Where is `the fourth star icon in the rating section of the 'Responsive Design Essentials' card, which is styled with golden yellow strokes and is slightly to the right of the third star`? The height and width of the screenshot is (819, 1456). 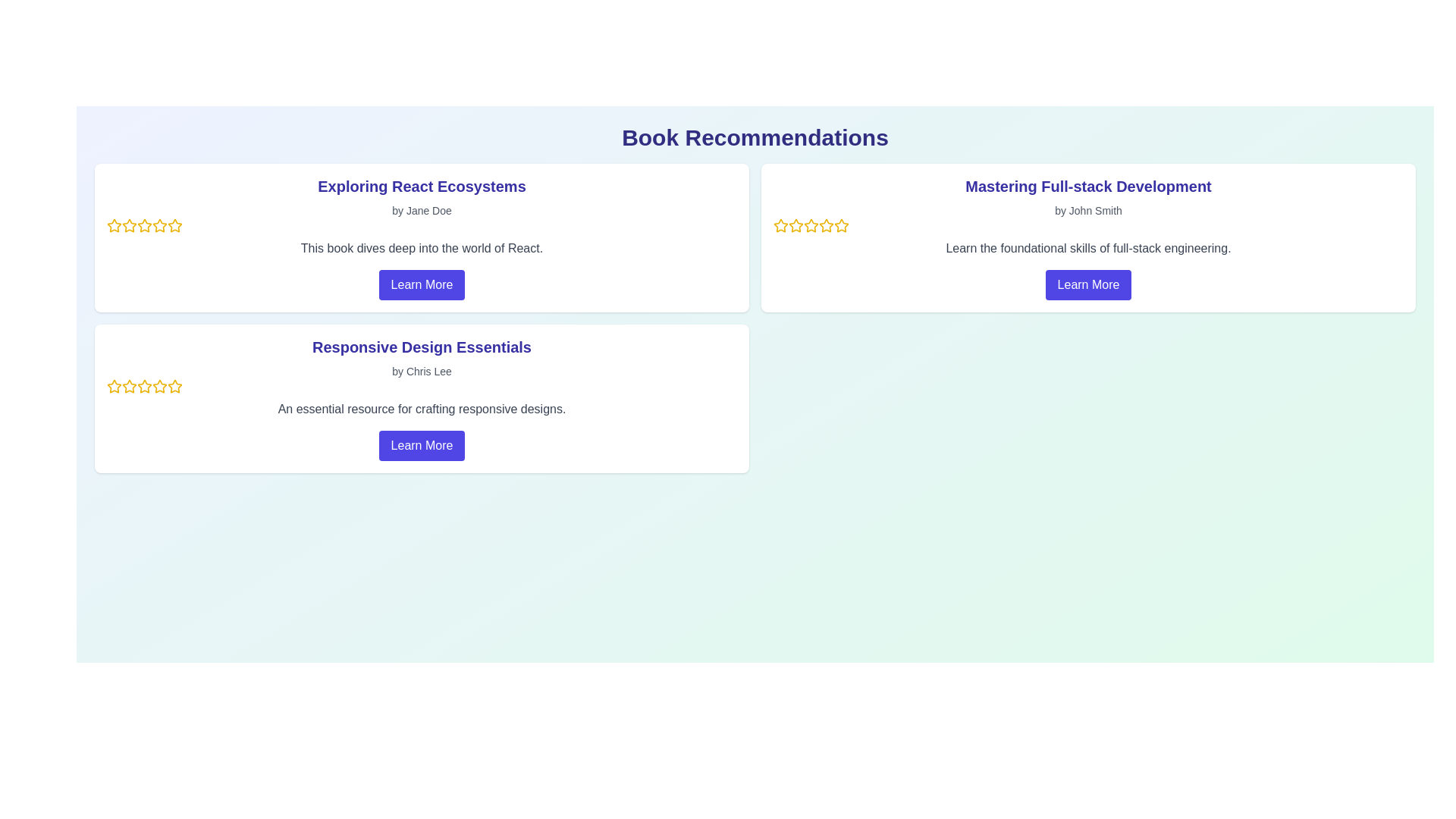 the fourth star icon in the rating section of the 'Responsive Design Essentials' card, which is styled with golden yellow strokes and is slightly to the right of the third star is located at coordinates (174, 385).